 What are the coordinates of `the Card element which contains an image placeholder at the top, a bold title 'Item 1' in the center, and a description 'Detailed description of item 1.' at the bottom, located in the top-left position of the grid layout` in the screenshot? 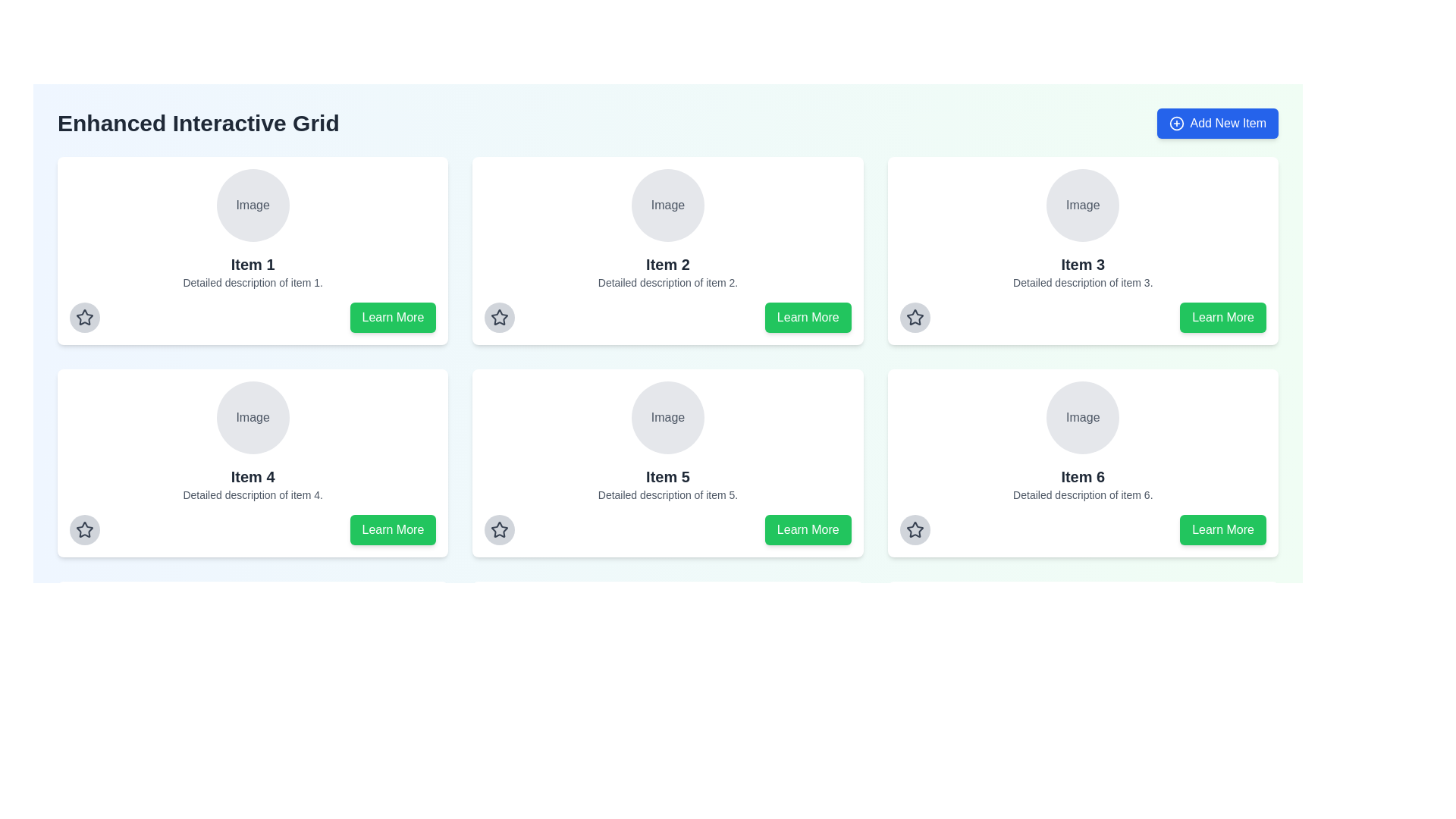 It's located at (253, 230).